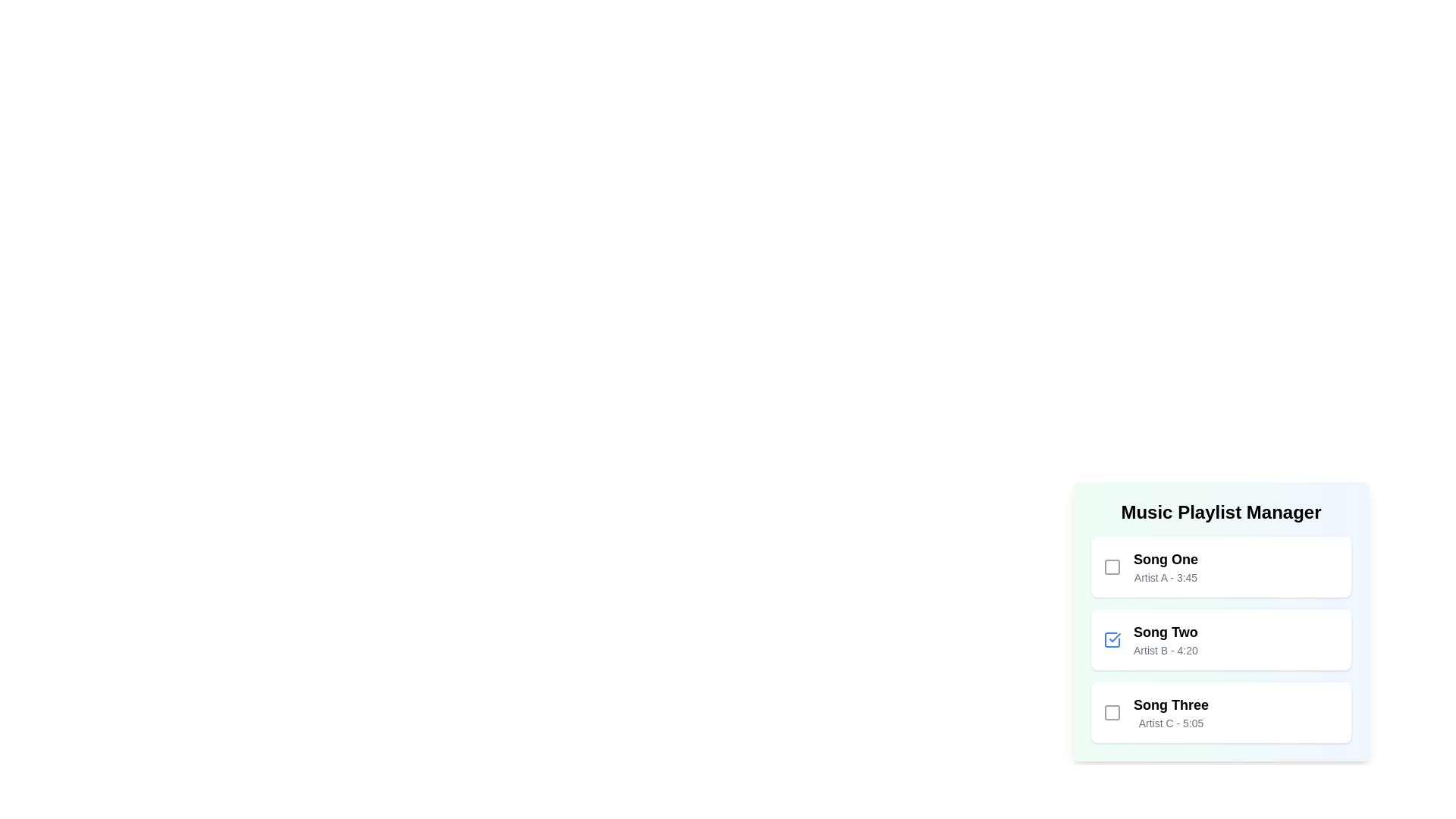  I want to click on the text block displaying song details, including title and artist information, located at the top of the vertical list of cards, so click(1165, 567).